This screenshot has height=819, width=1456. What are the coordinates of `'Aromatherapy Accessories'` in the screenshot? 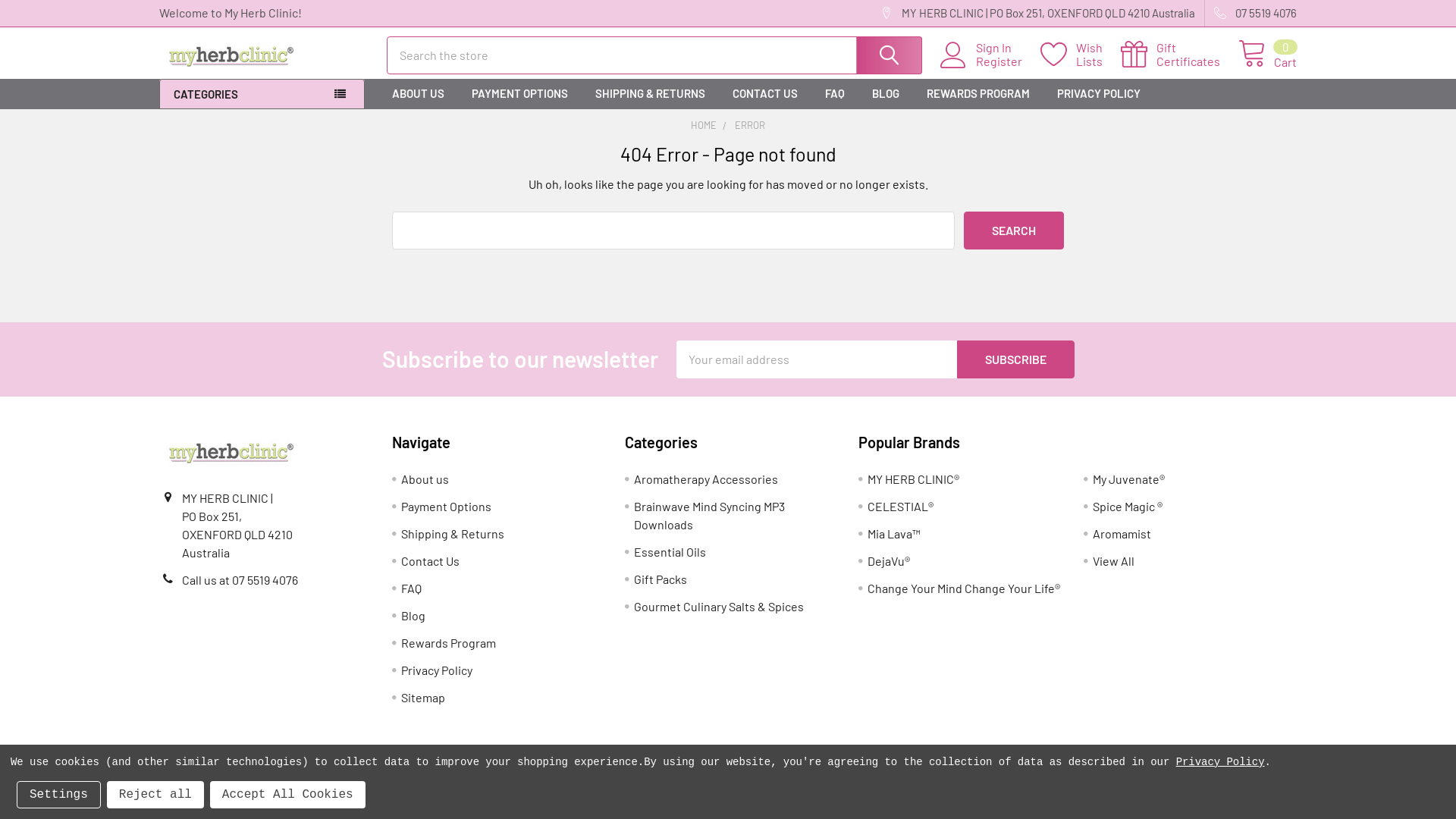 It's located at (705, 479).